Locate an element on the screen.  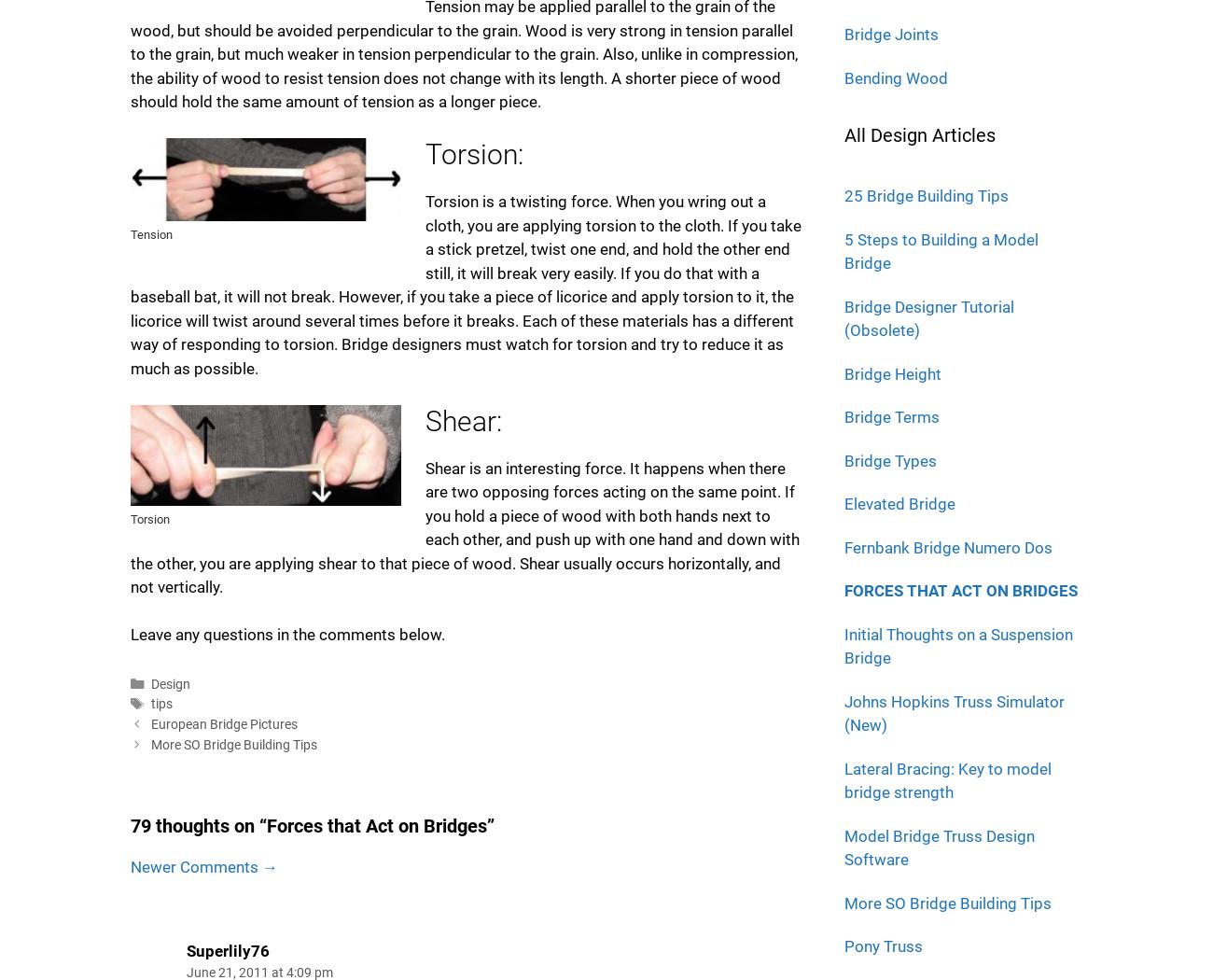
'European Bridge Pictures' is located at coordinates (148, 724).